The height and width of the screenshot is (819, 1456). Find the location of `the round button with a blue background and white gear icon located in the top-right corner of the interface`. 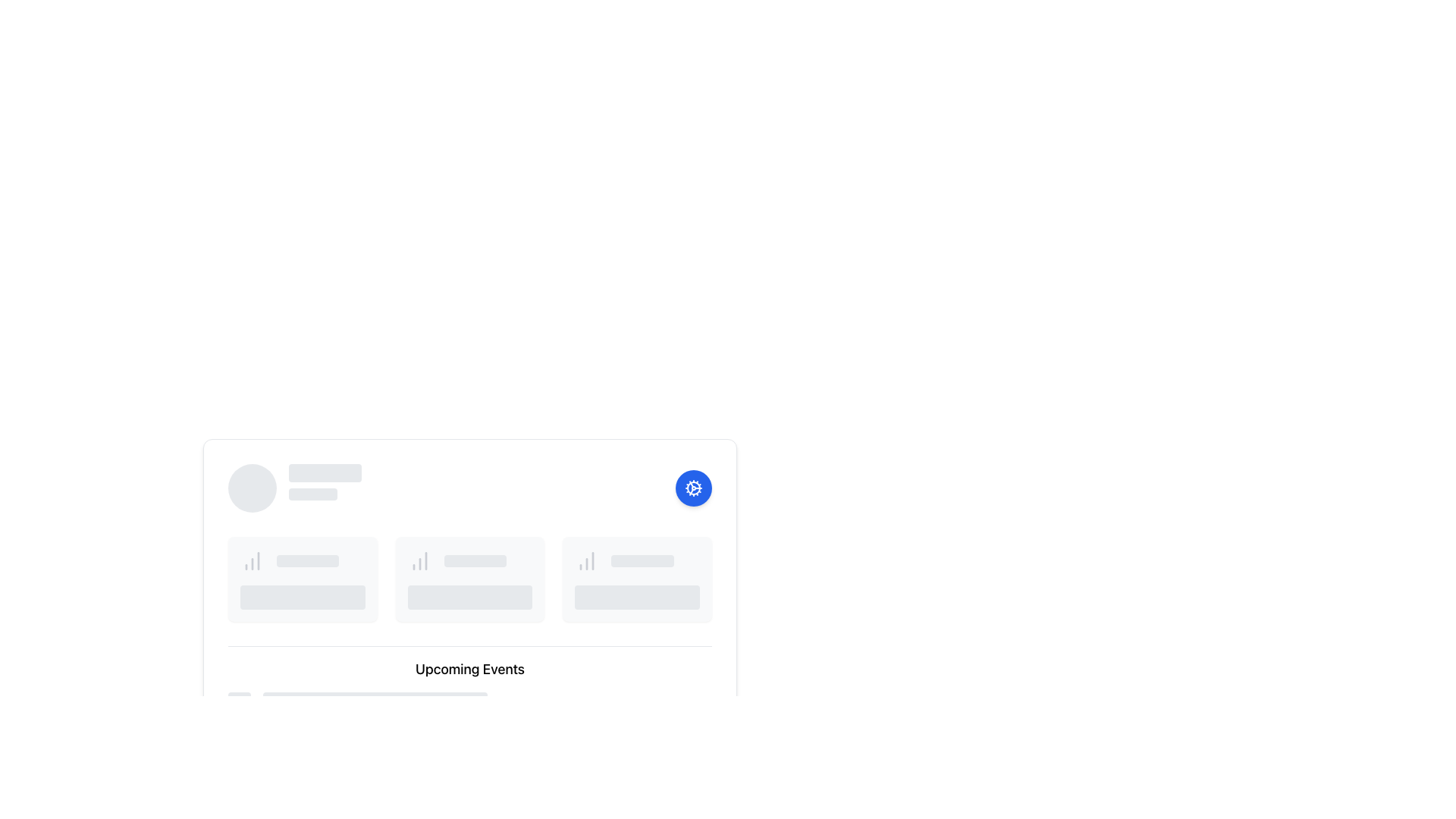

the round button with a blue background and white gear icon located in the top-right corner of the interface is located at coordinates (693, 488).